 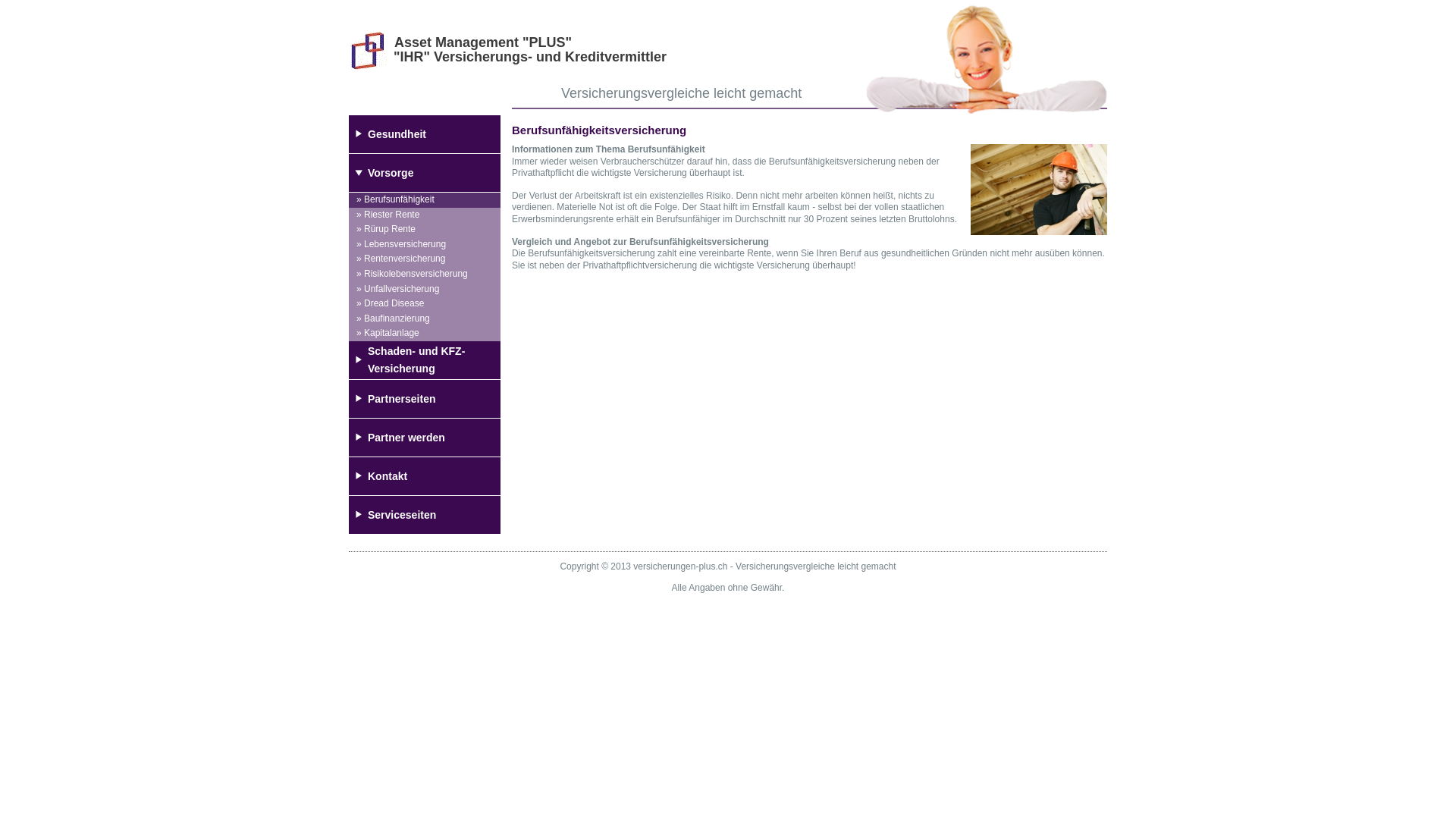 What do you see at coordinates (530, 55) in the screenshot?
I see `'"IHR" Versicherungs- und Kreditvermittler'` at bounding box center [530, 55].